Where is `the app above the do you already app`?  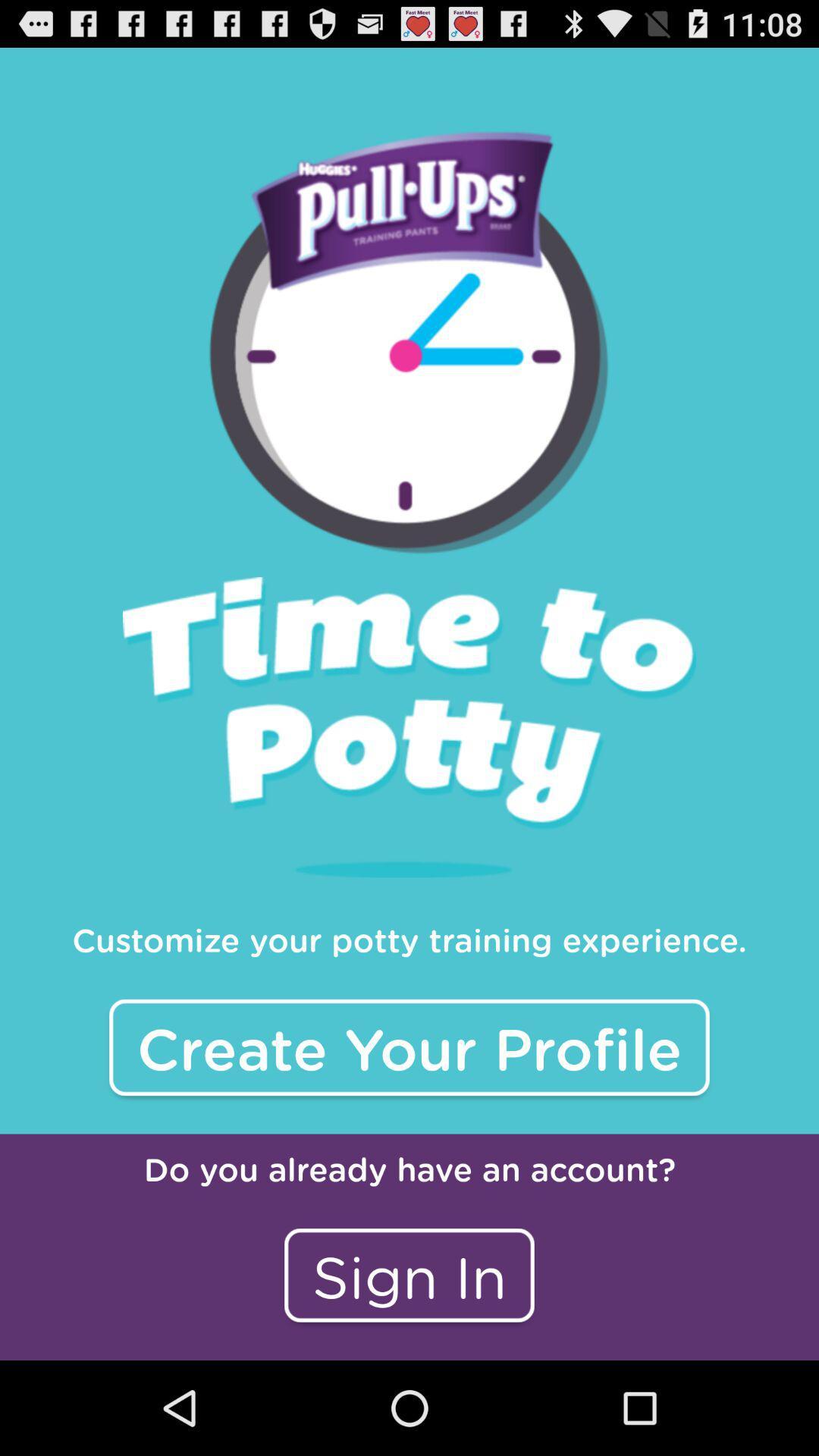
the app above the do you already app is located at coordinates (409, 1046).